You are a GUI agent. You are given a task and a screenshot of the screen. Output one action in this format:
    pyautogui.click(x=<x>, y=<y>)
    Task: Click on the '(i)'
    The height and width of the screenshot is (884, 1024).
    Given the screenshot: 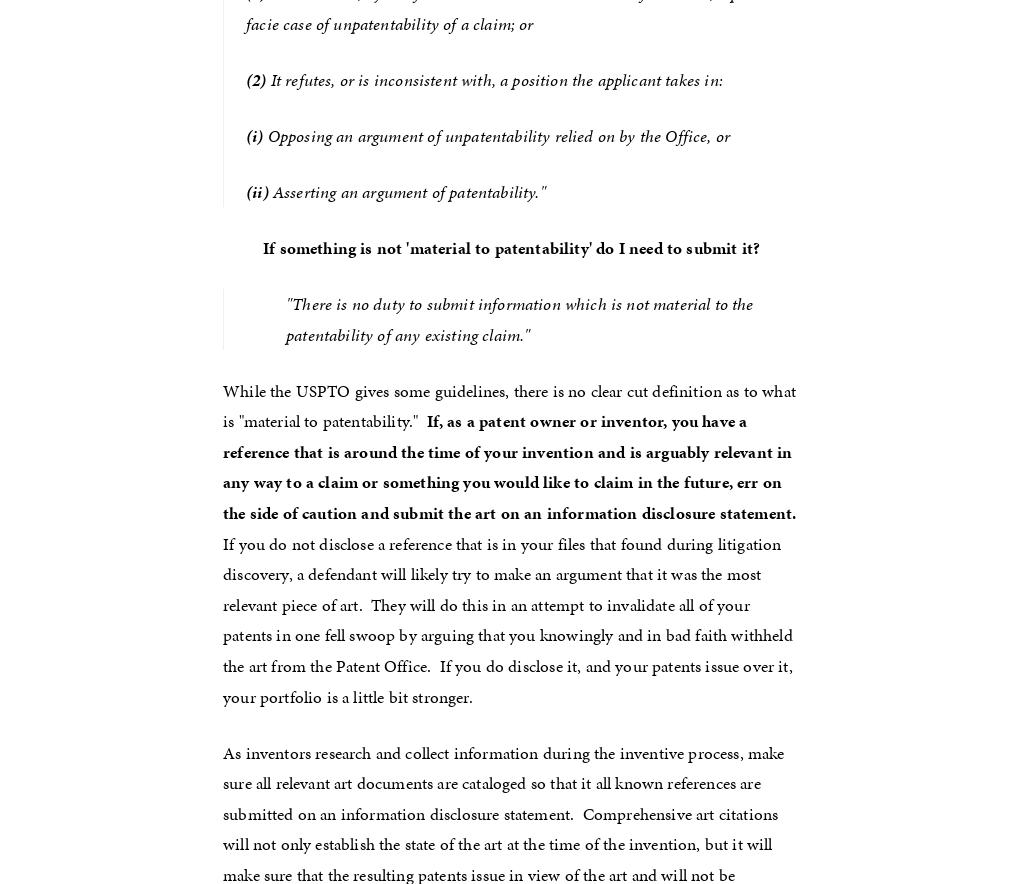 What is the action you would take?
    pyautogui.click(x=253, y=133)
    